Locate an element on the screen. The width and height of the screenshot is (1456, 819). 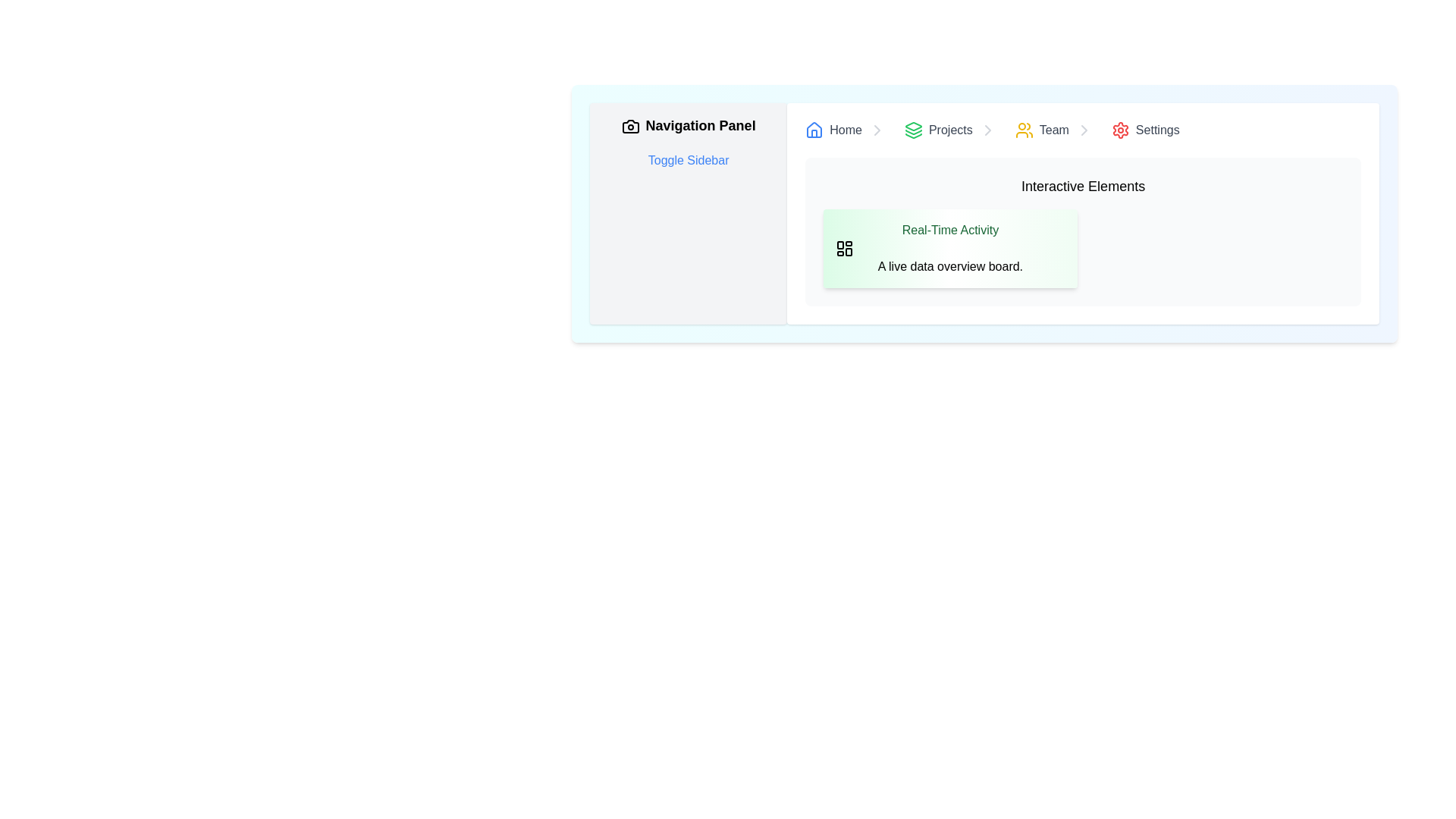
the 'Toggle Sidebar' text link button styled with a bold blue font is located at coordinates (688, 161).